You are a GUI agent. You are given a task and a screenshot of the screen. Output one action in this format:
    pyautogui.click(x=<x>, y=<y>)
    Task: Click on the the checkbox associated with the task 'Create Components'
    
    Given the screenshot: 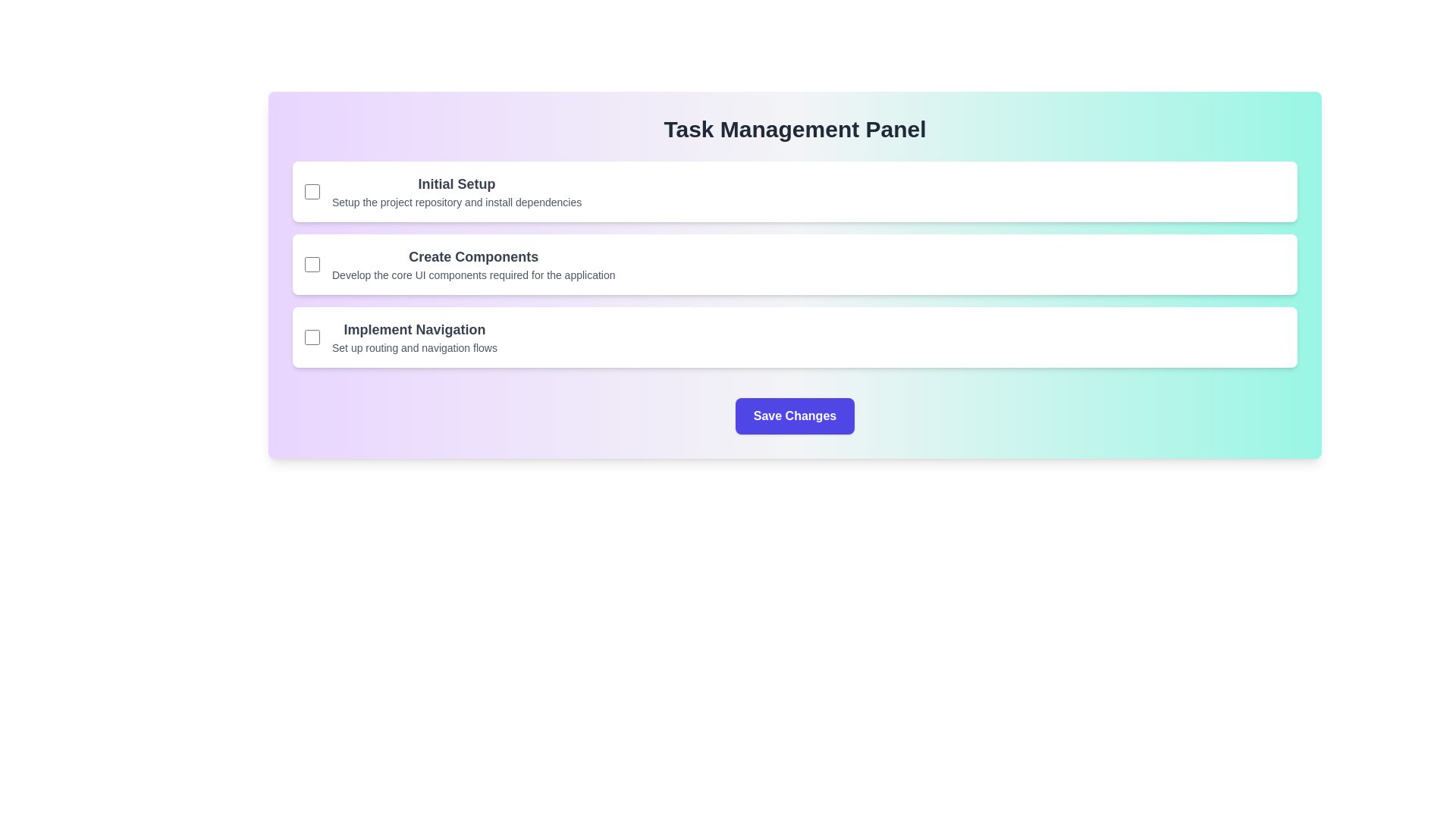 What is the action you would take?
    pyautogui.click(x=312, y=263)
    